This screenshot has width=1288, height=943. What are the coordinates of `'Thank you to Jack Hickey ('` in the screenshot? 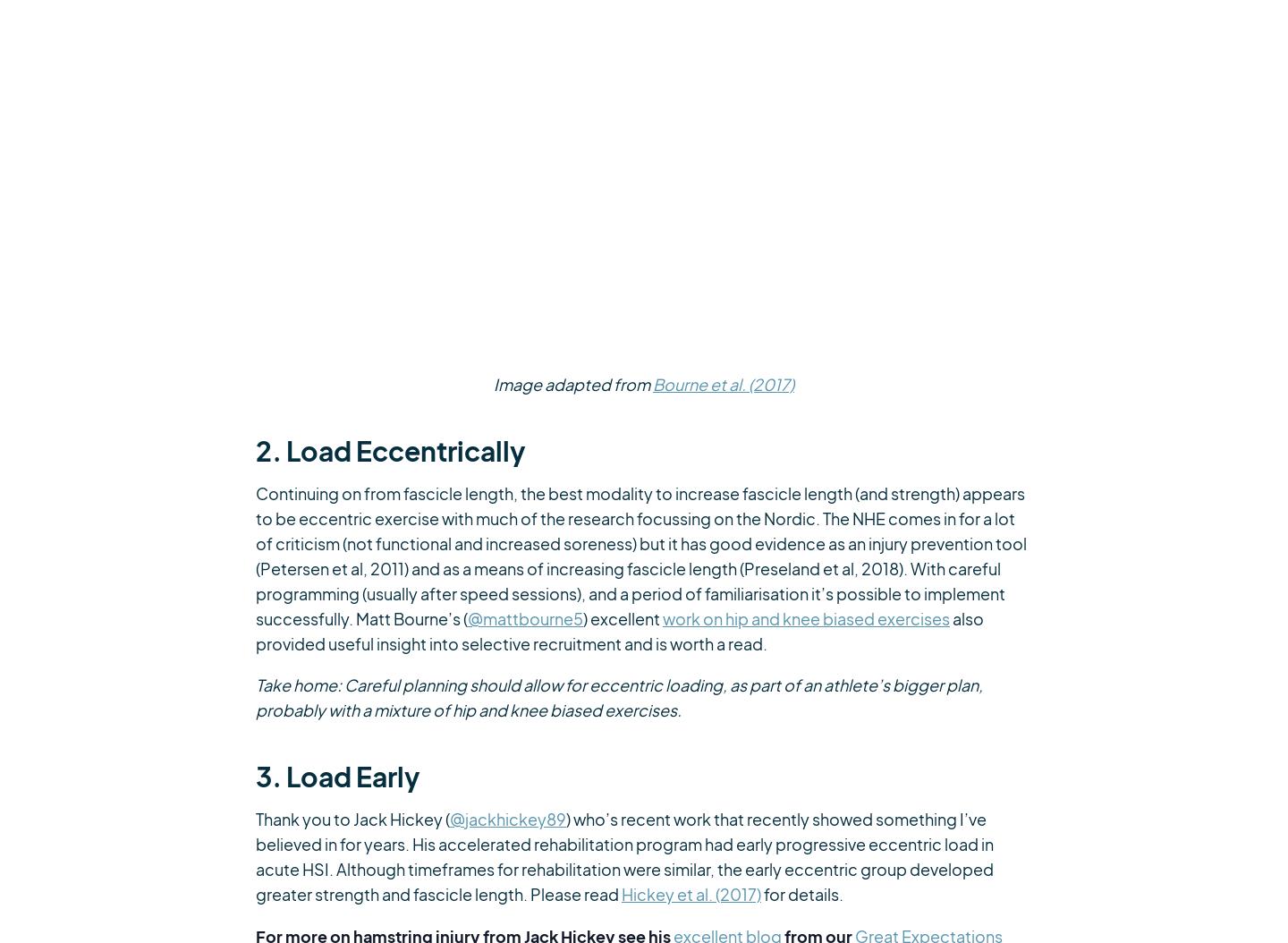 It's located at (352, 818).